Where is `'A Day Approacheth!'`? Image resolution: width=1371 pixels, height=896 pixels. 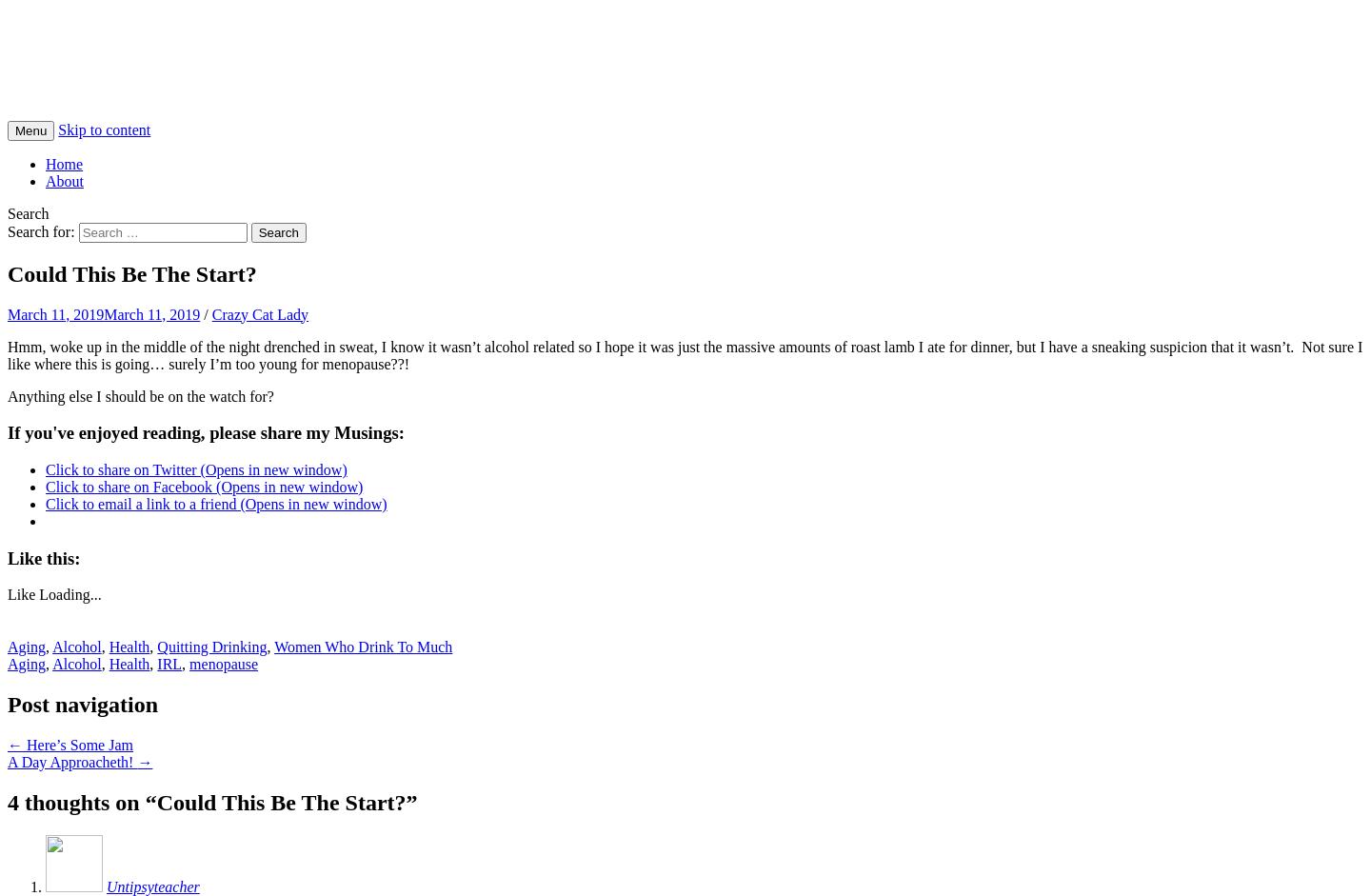 'A Day Approacheth!' is located at coordinates (72, 762).